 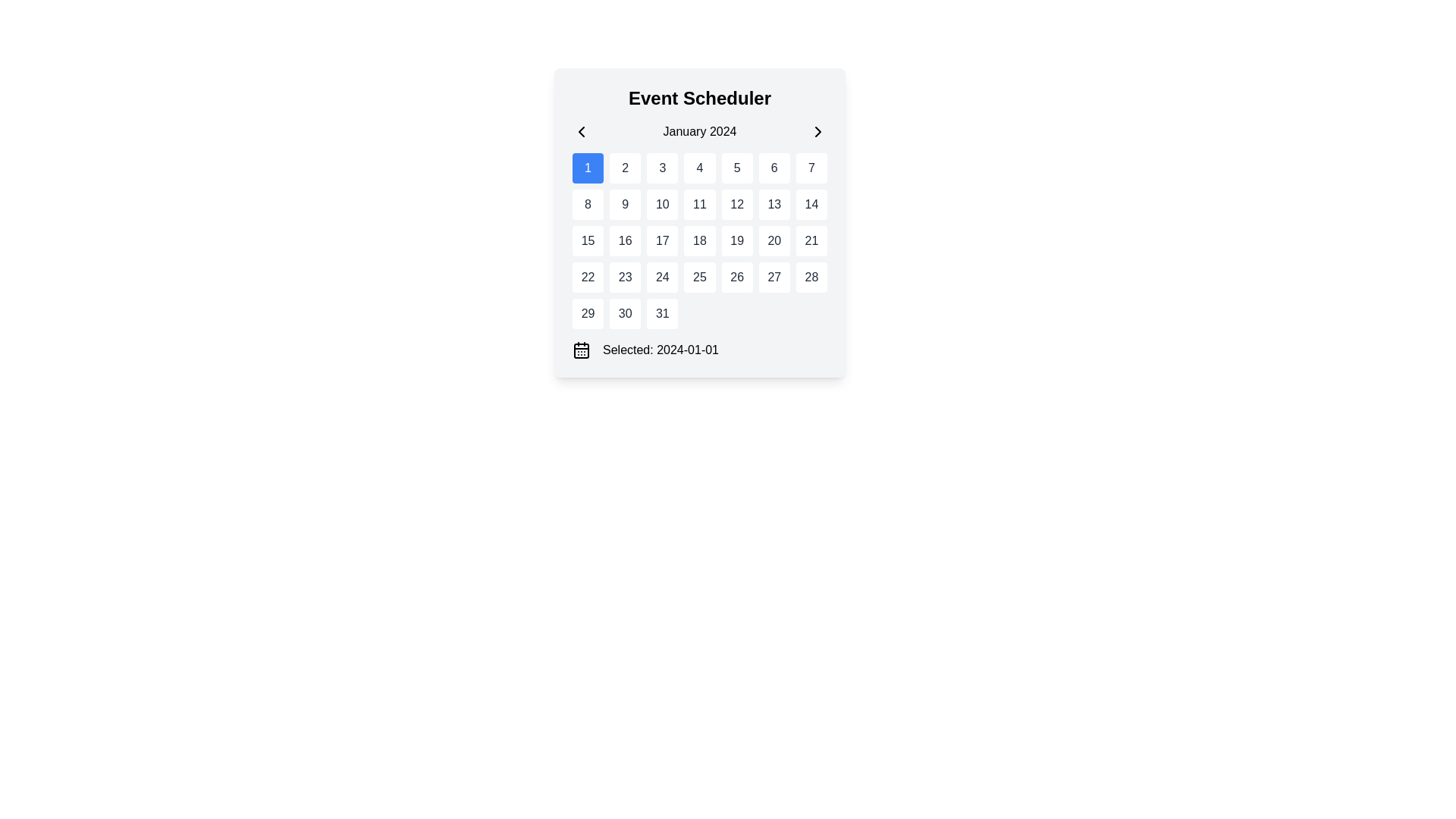 I want to click on the calendar date cell representing the 15th day of the month, located in the third row, first column of the calendar grid, so click(x=587, y=240).